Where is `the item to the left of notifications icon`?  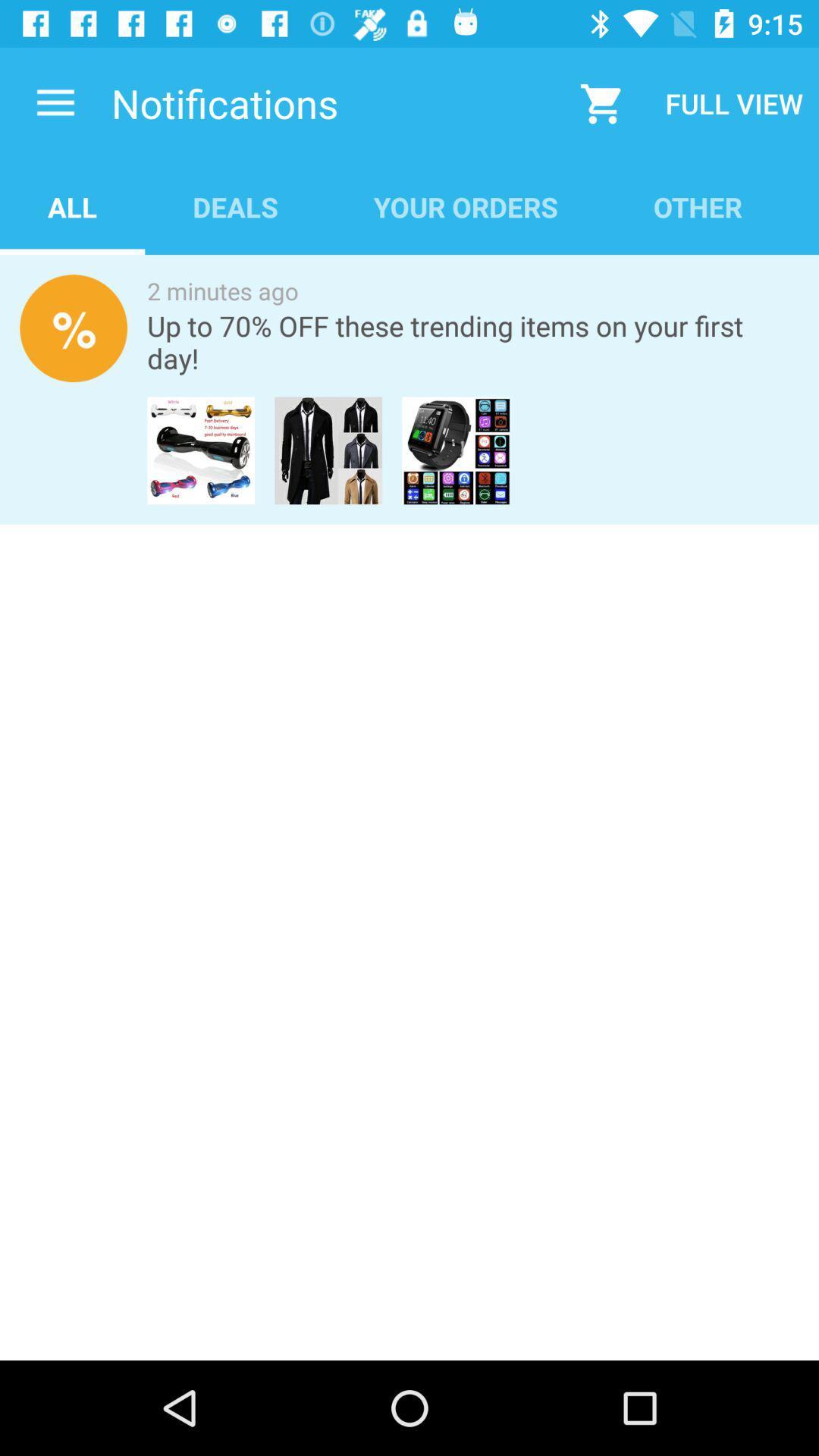 the item to the left of notifications icon is located at coordinates (55, 102).